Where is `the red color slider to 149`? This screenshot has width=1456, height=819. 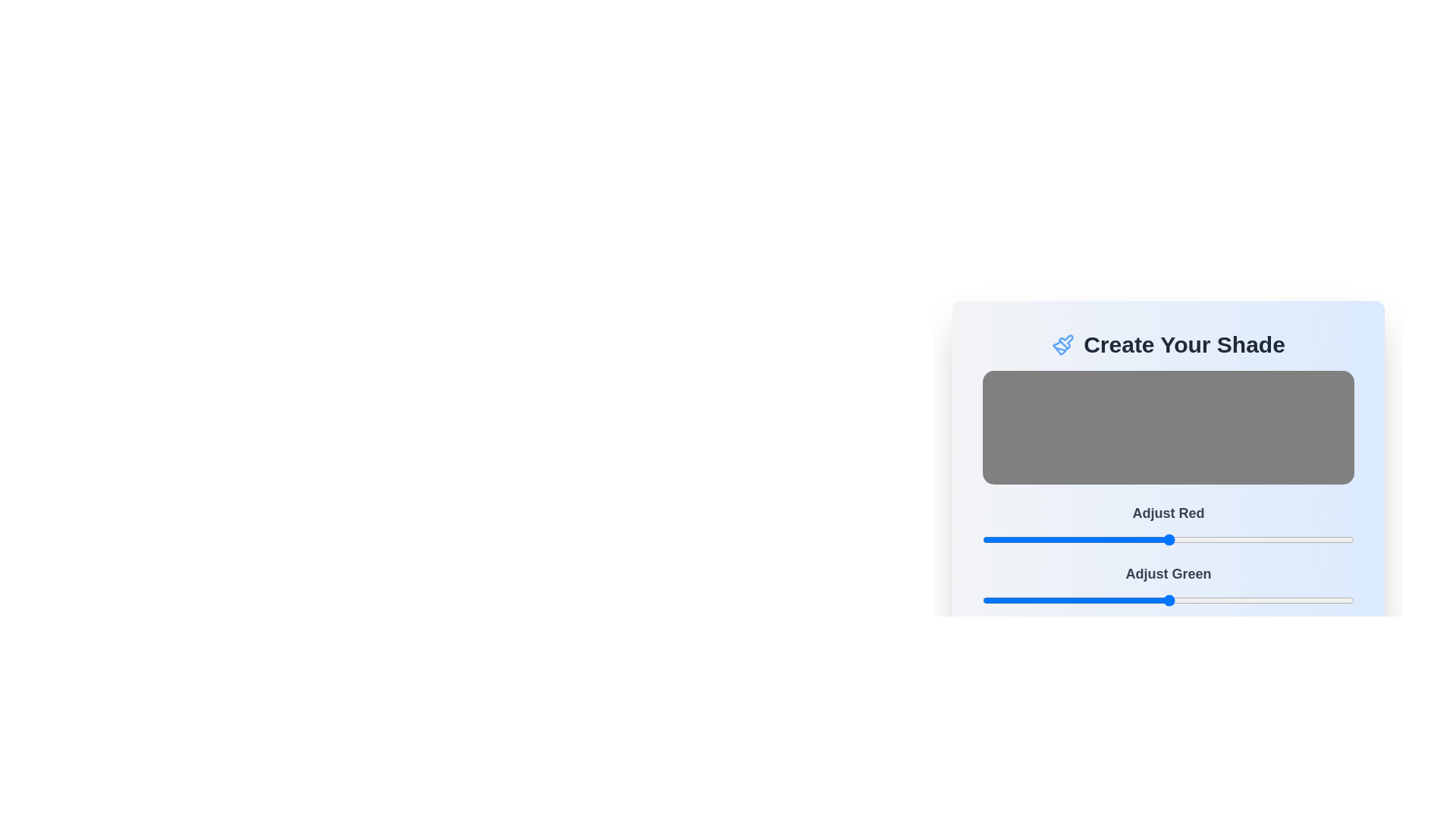 the red color slider to 149 is located at coordinates (1199, 539).